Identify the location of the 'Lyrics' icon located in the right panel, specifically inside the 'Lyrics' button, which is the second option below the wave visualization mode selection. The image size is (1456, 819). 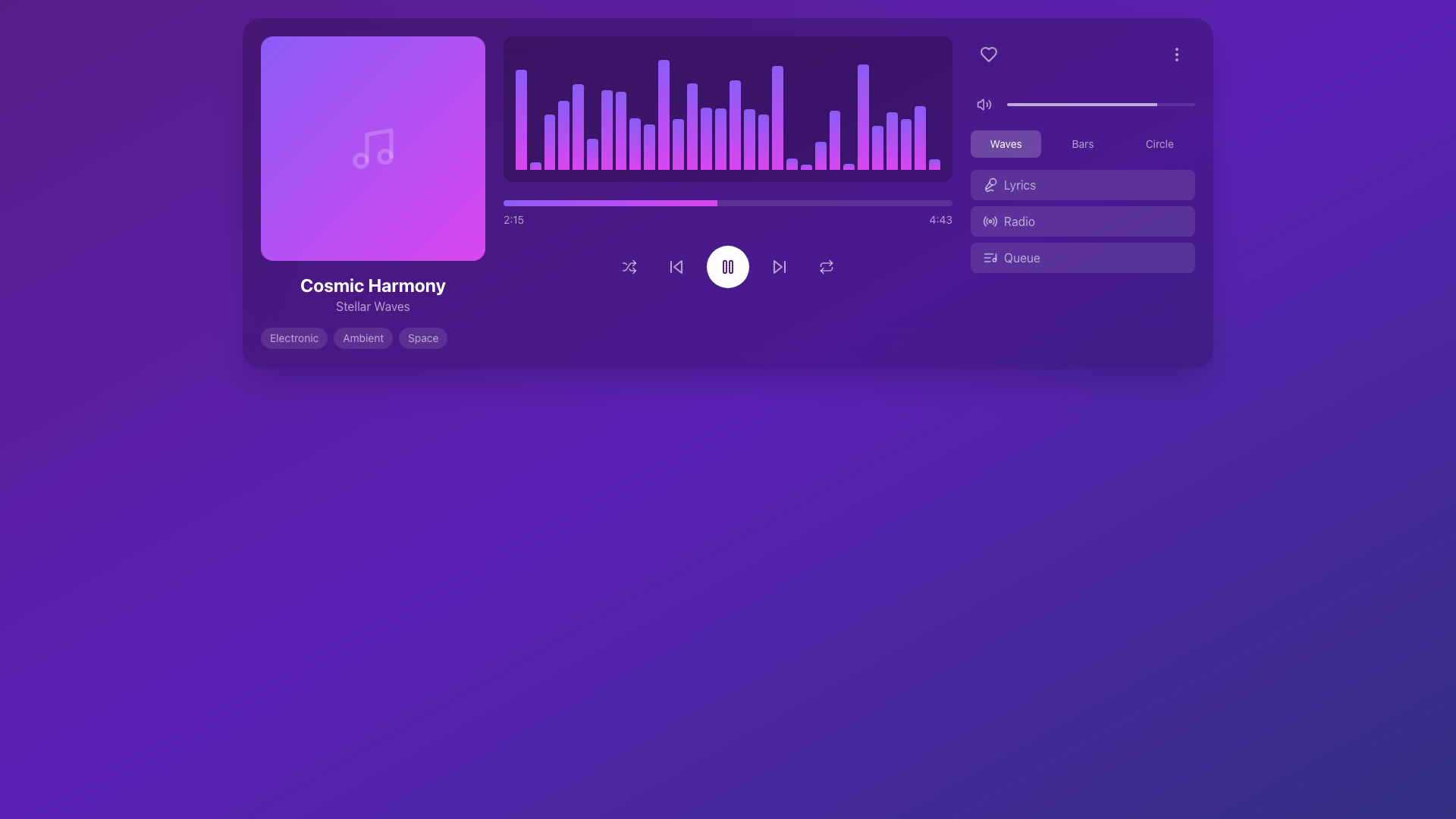
(990, 184).